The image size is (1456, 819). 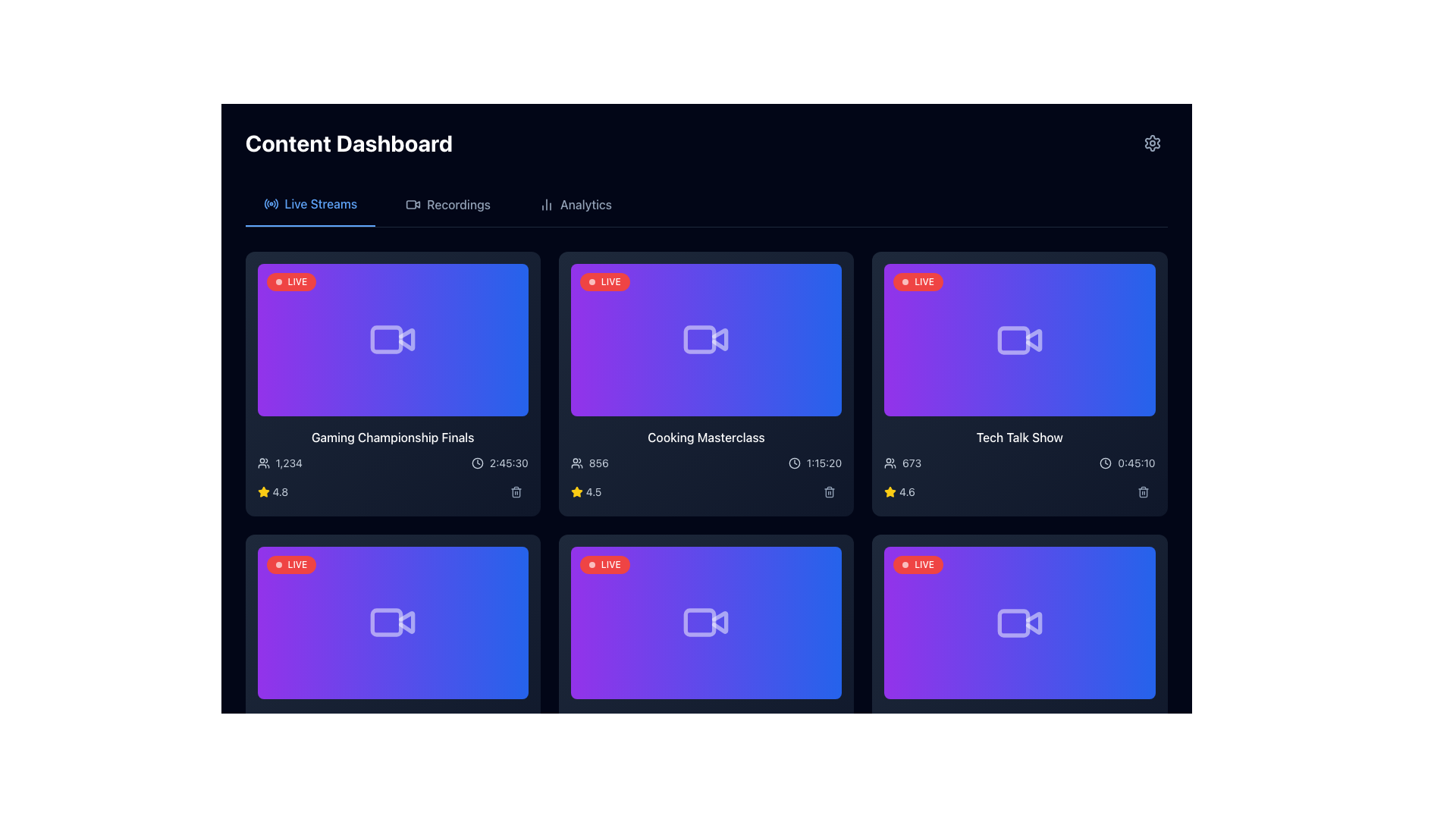 I want to click on the time icon representing the duration of the live stream for the 'Cooking Masterclass', which is located in the middle section of the dashboard interface, so click(x=793, y=462).